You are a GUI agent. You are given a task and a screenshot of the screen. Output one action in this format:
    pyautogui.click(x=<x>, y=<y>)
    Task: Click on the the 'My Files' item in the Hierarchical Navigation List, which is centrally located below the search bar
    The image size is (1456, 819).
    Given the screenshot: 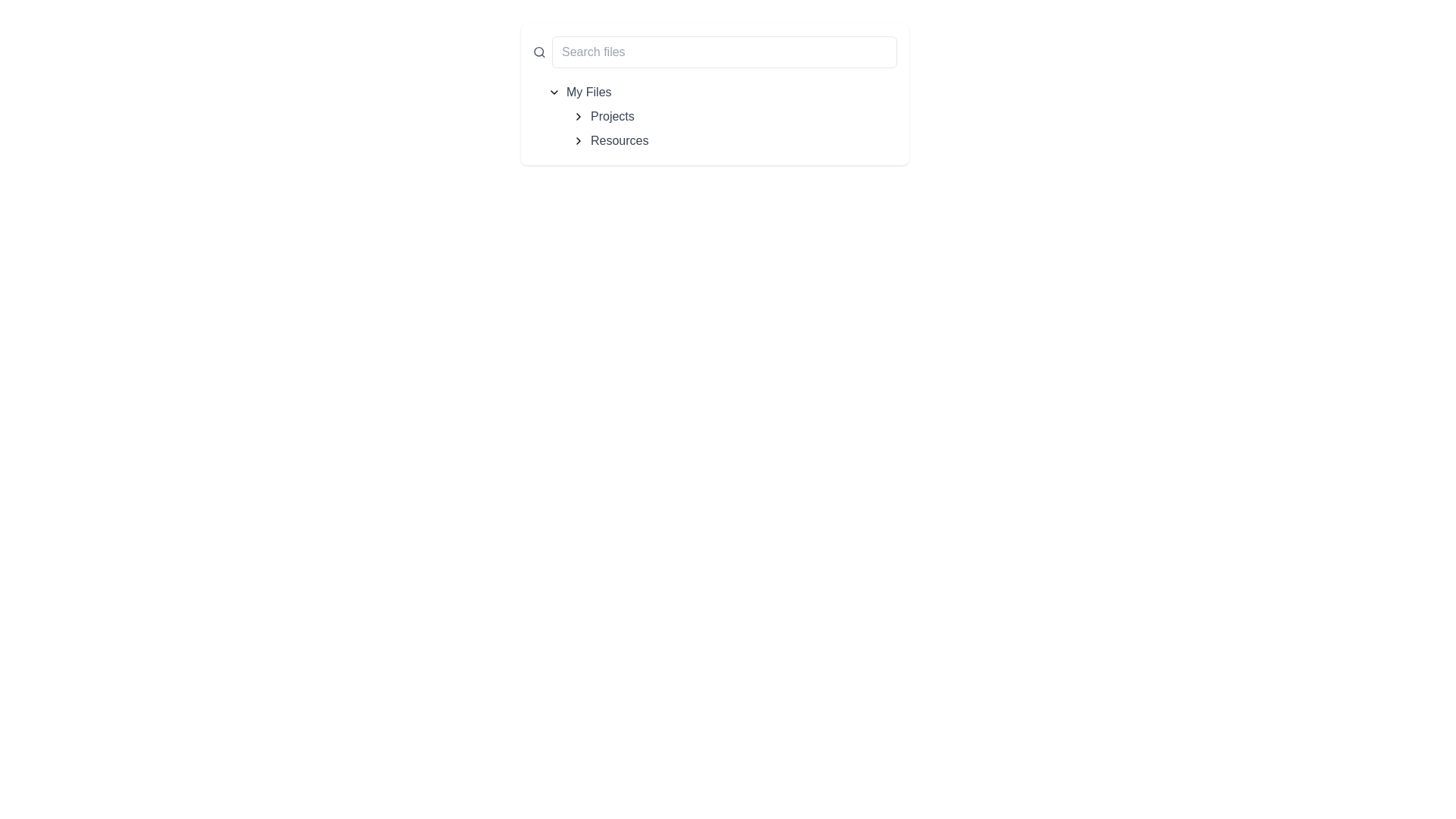 What is the action you would take?
    pyautogui.click(x=714, y=116)
    